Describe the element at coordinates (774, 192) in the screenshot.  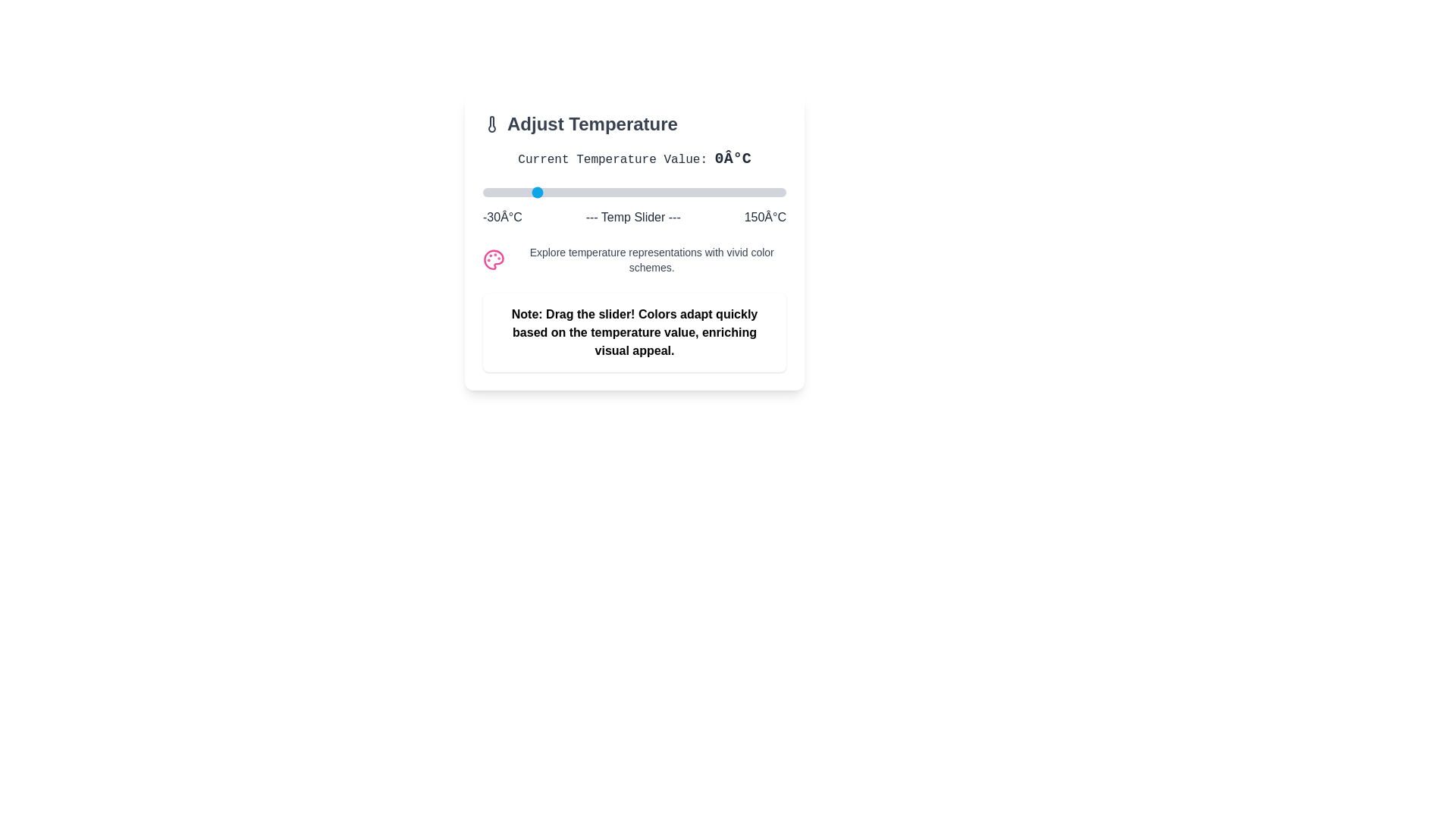
I see `the temperature slider to set the temperature to 143°C` at that location.